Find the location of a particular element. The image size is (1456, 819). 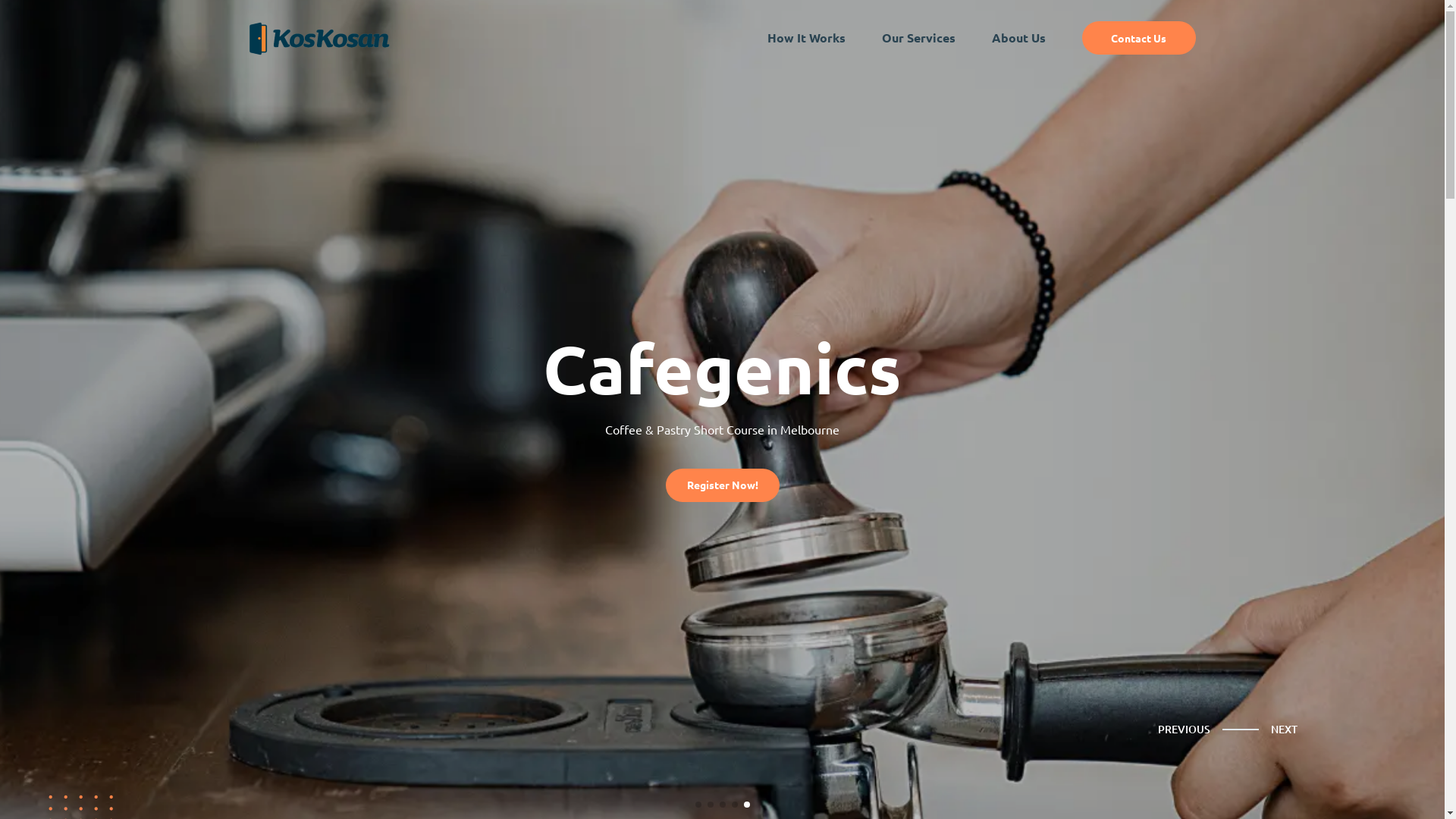

'About Us' is located at coordinates (992, 37).